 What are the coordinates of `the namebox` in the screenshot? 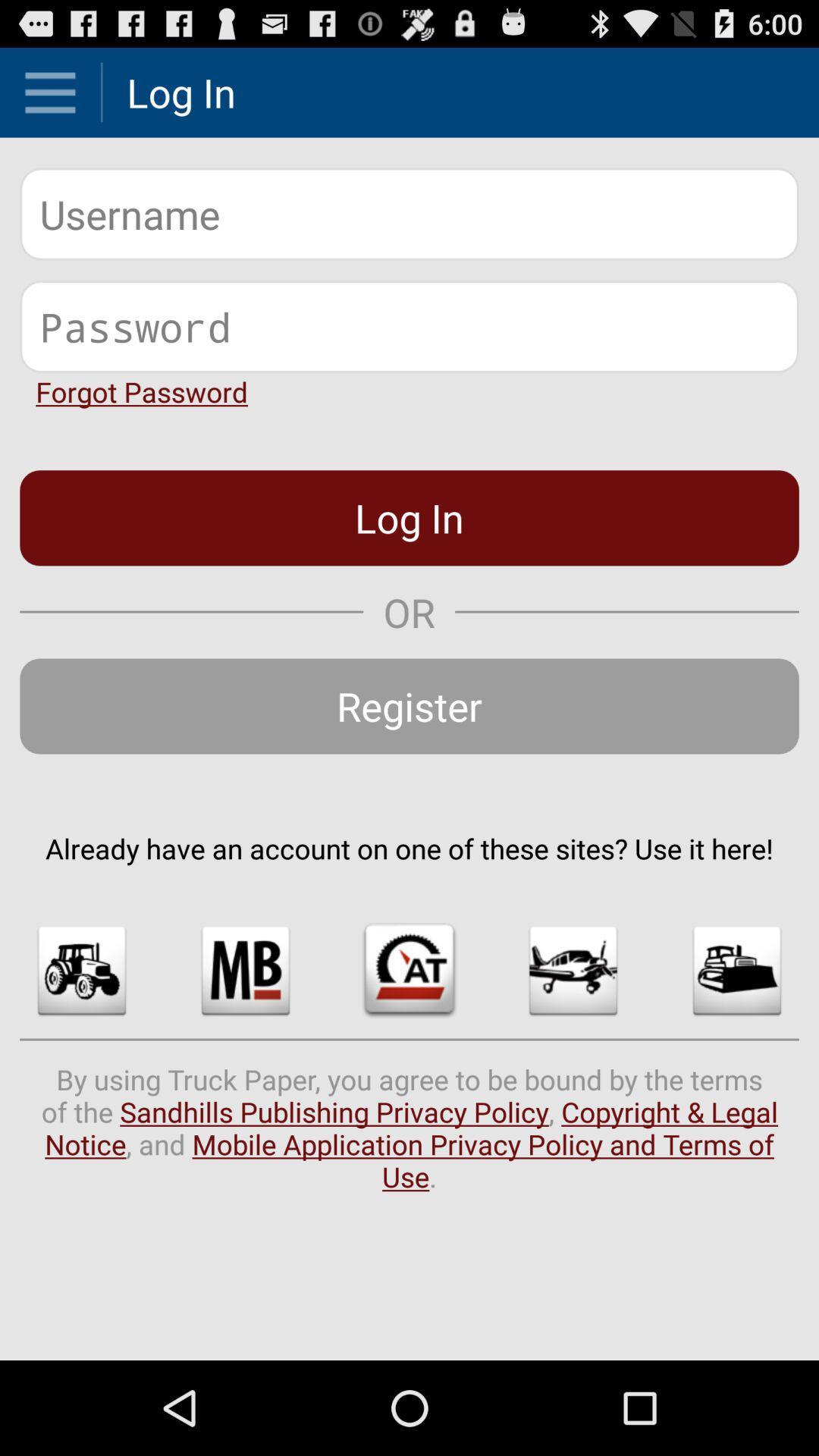 It's located at (409, 213).